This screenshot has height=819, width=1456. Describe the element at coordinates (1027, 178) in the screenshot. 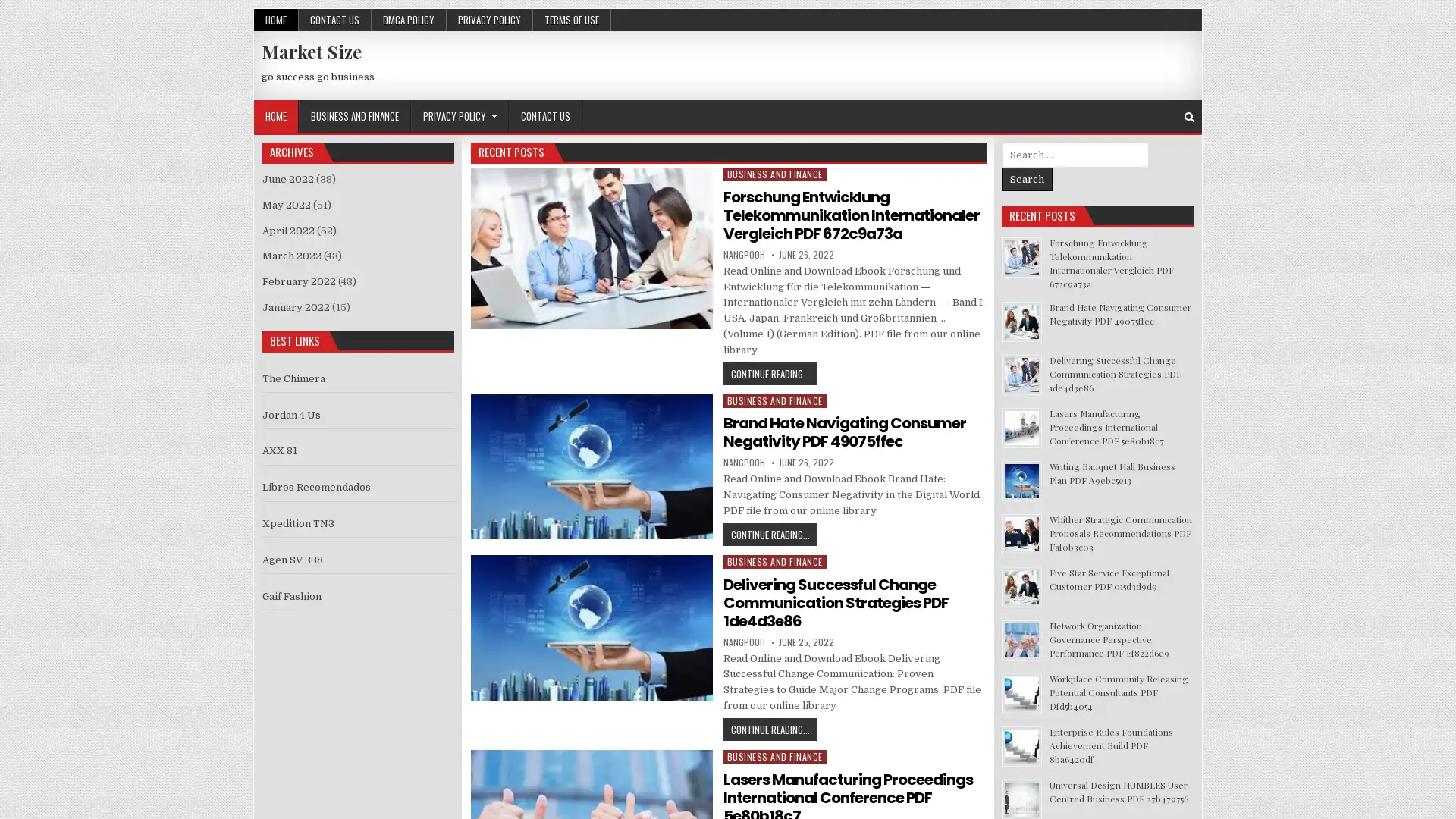

I see `Search` at that location.